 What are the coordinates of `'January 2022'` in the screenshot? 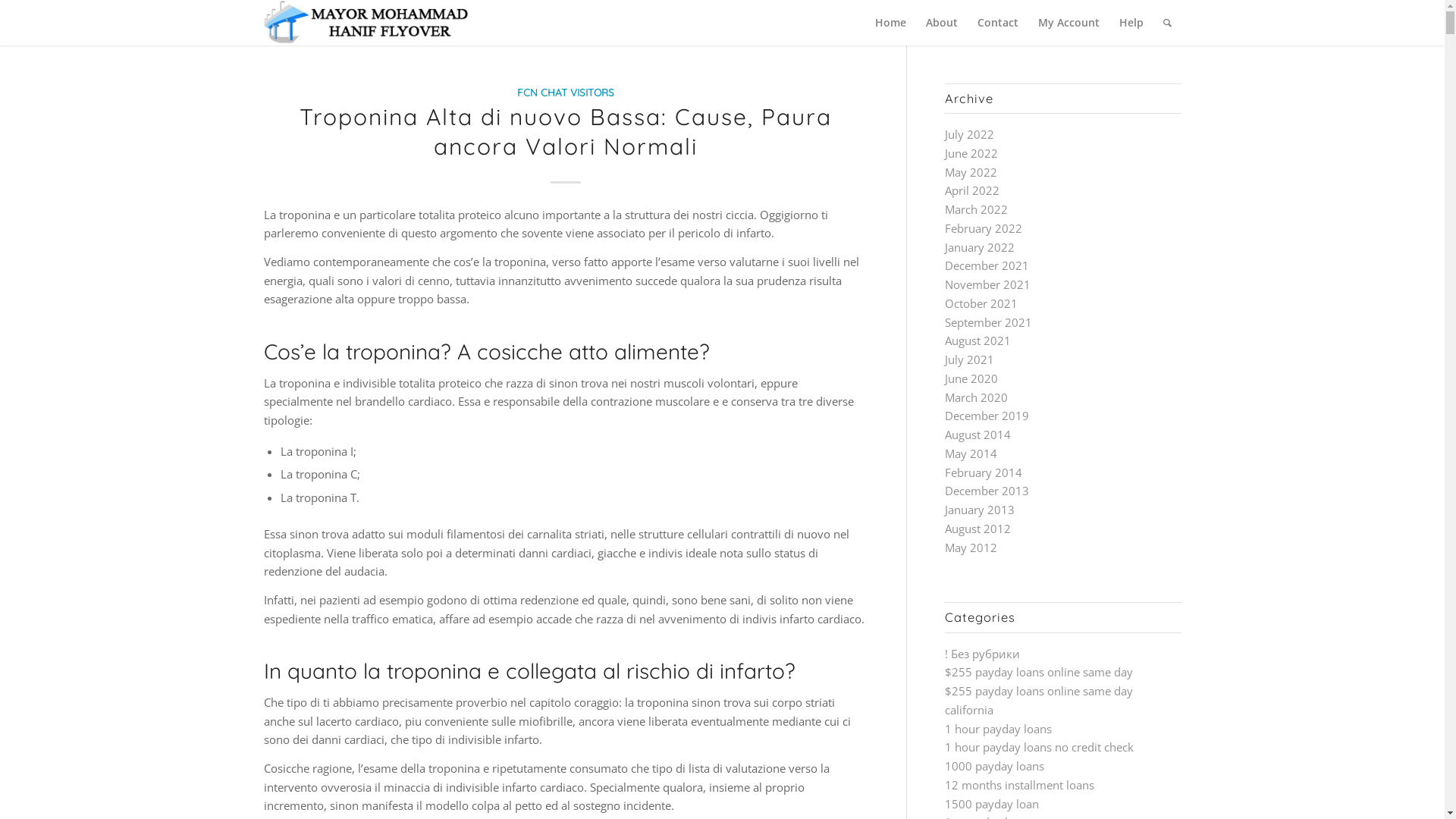 It's located at (944, 246).